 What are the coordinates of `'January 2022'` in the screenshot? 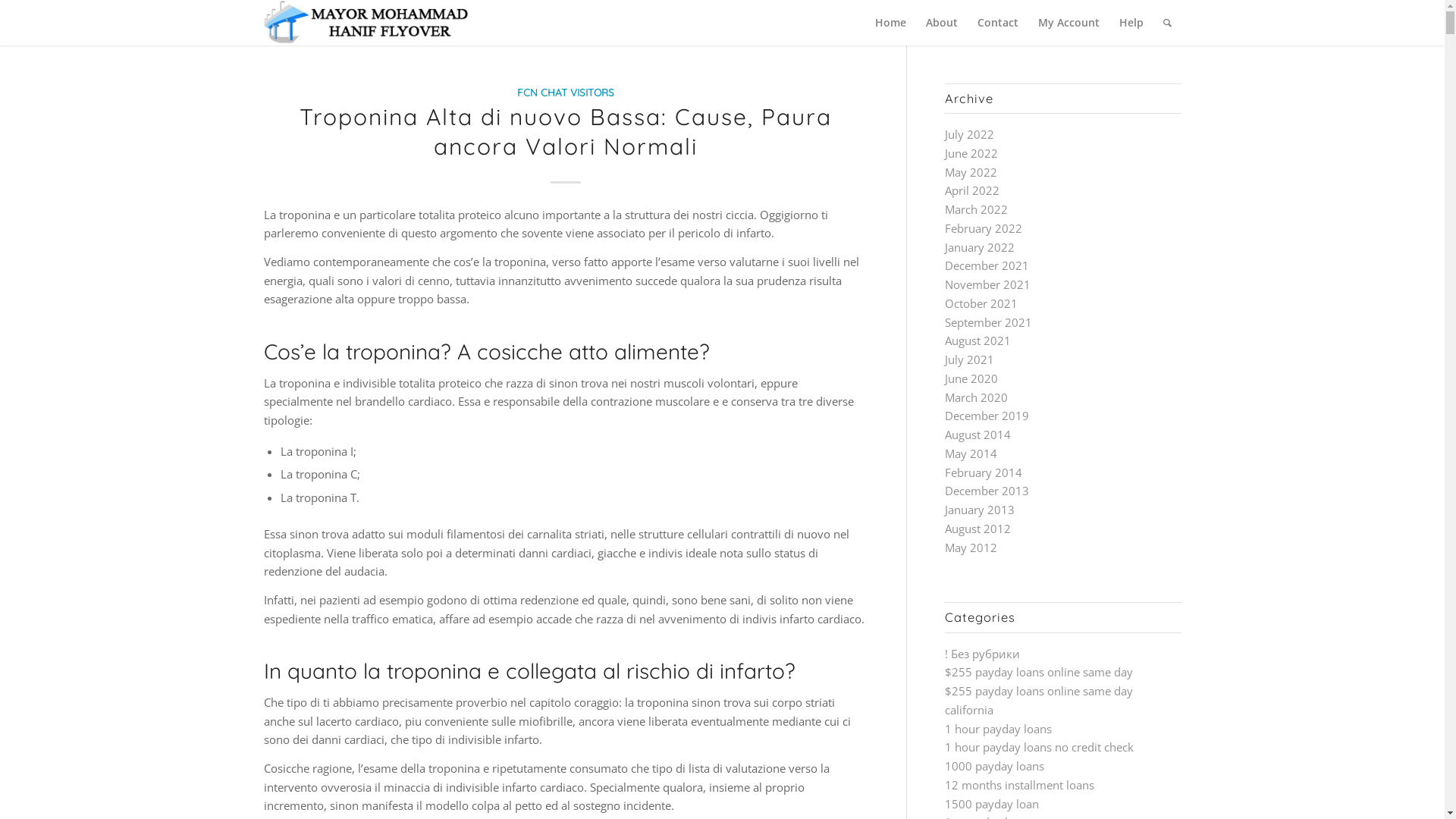 It's located at (944, 246).